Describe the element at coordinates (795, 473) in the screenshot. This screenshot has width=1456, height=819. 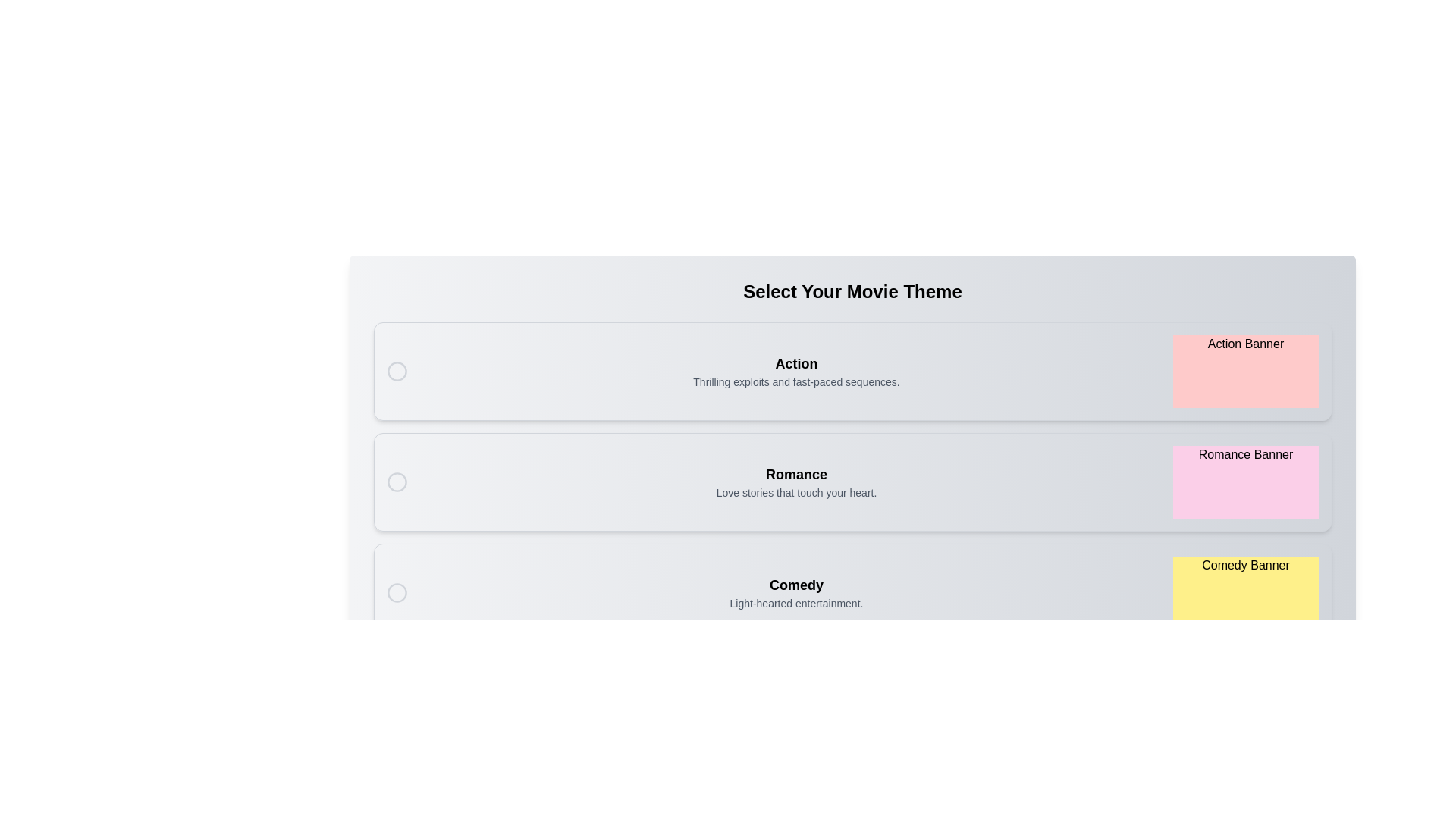
I see `text content of the category header label located above the description text 'Love stories that touch your heart.' in the vertical list of movie themes` at that location.